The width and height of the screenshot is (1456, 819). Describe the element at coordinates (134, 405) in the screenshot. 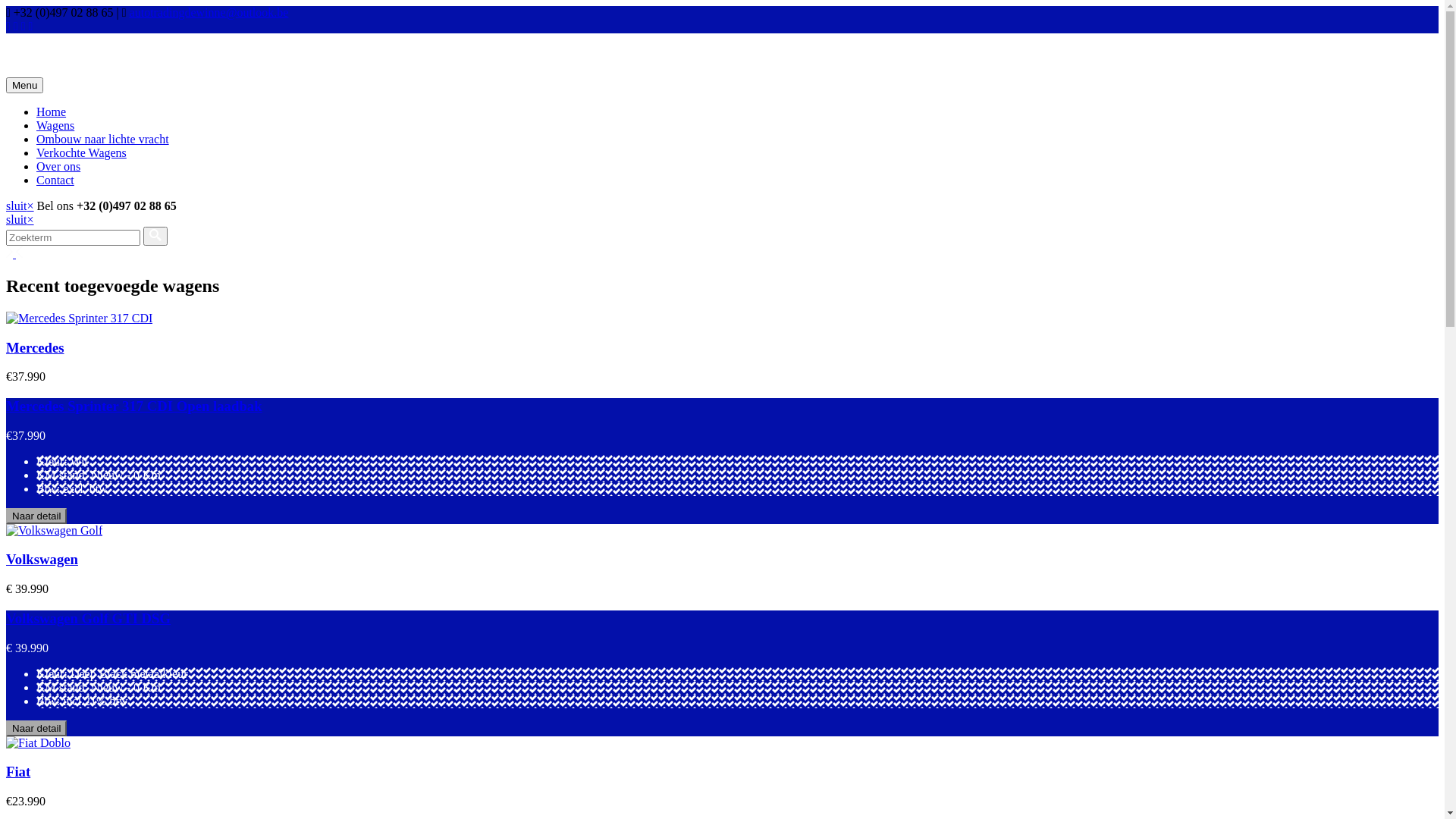

I see `'Mercedes Sprinter 317 CDI Open laadbak'` at that location.